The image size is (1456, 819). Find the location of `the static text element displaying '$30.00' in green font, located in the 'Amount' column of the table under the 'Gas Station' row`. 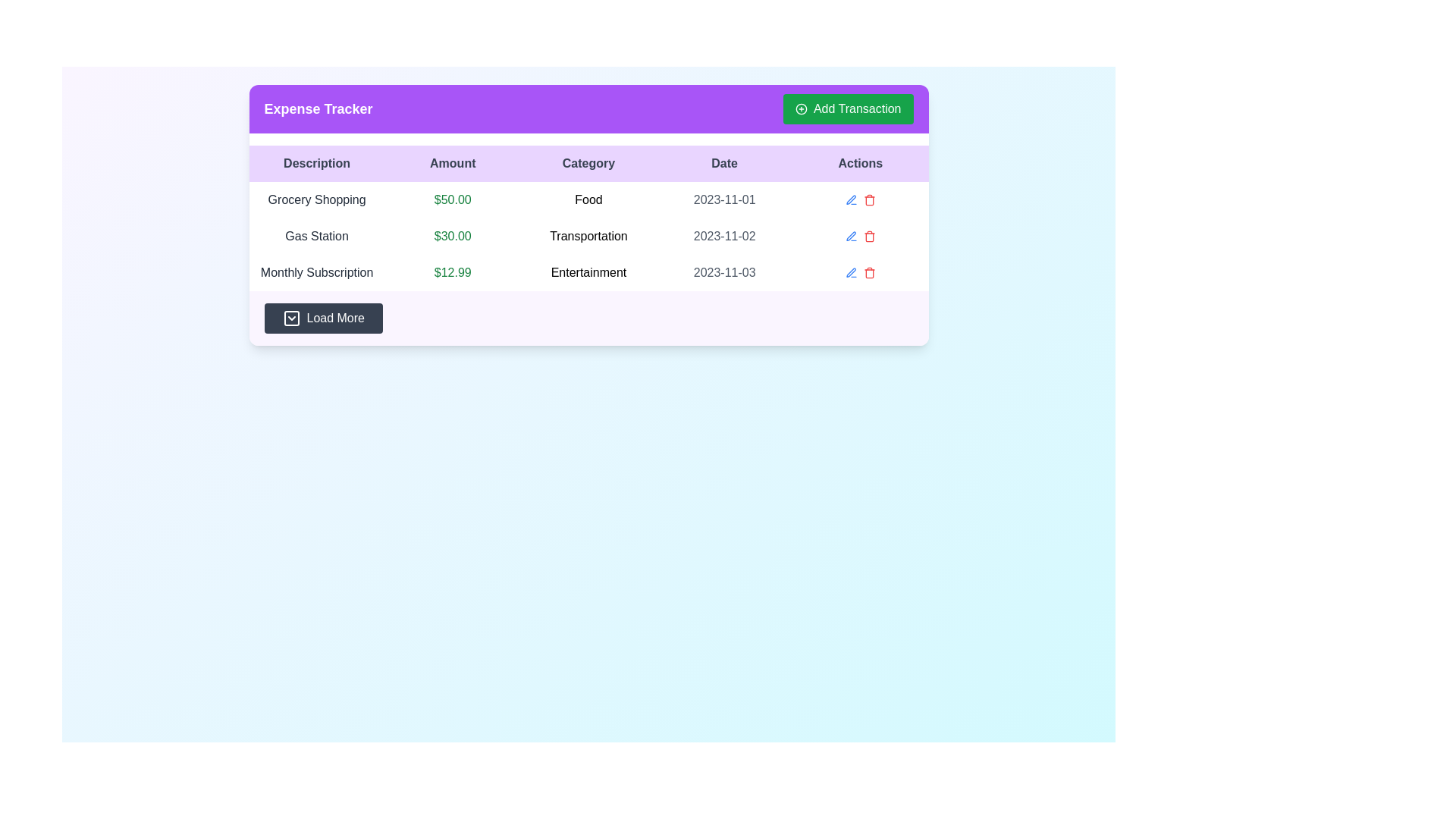

the static text element displaying '$30.00' in green font, located in the 'Amount' column of the table under the 'Gas Station' row is located at coordinates (452, 237).